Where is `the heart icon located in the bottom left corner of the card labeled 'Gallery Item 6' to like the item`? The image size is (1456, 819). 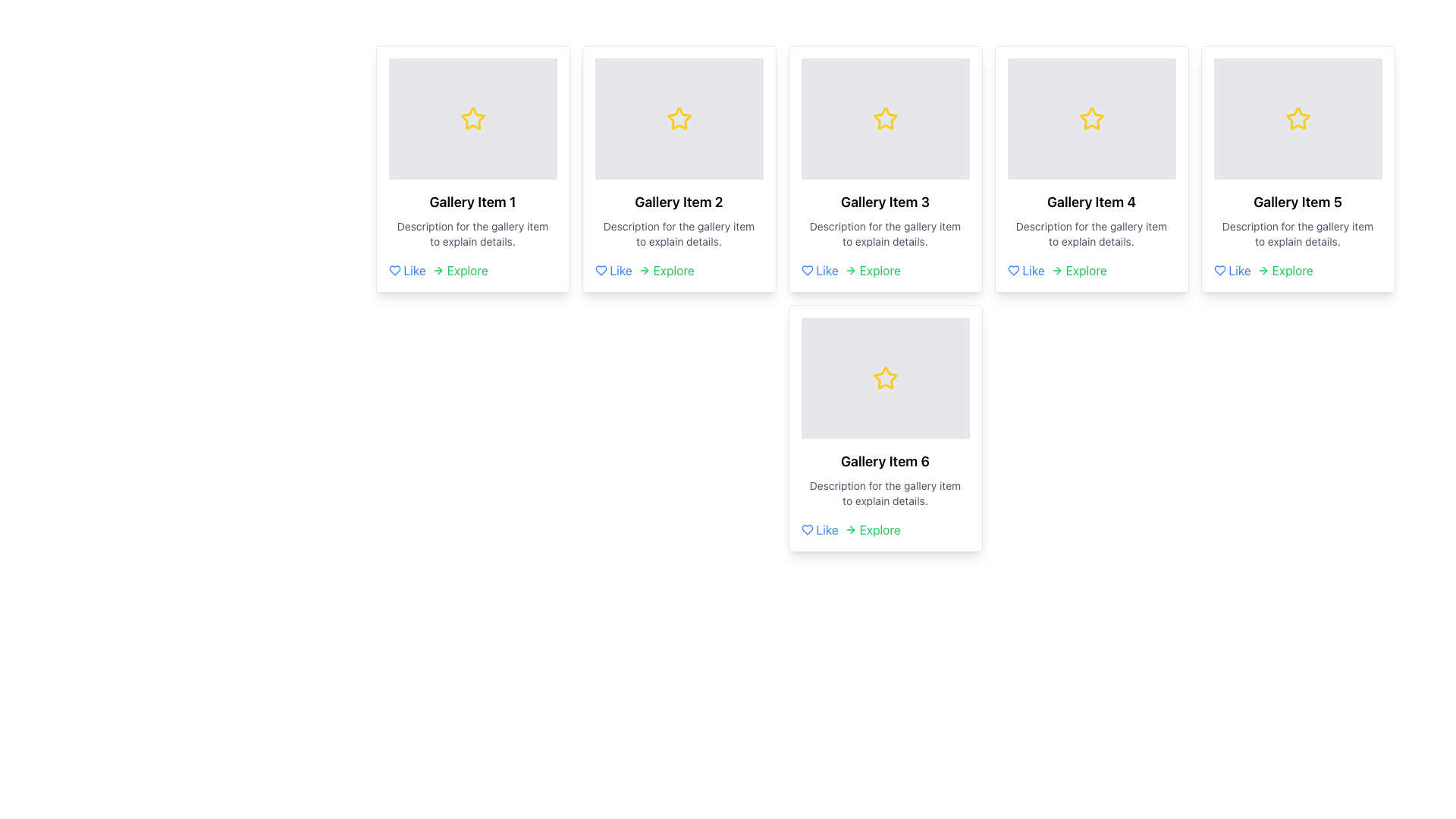
the heart icon located in the bottom left corner of the card labeled 'Gallery Item 6' to like the item is located at coordinates (806, 529).